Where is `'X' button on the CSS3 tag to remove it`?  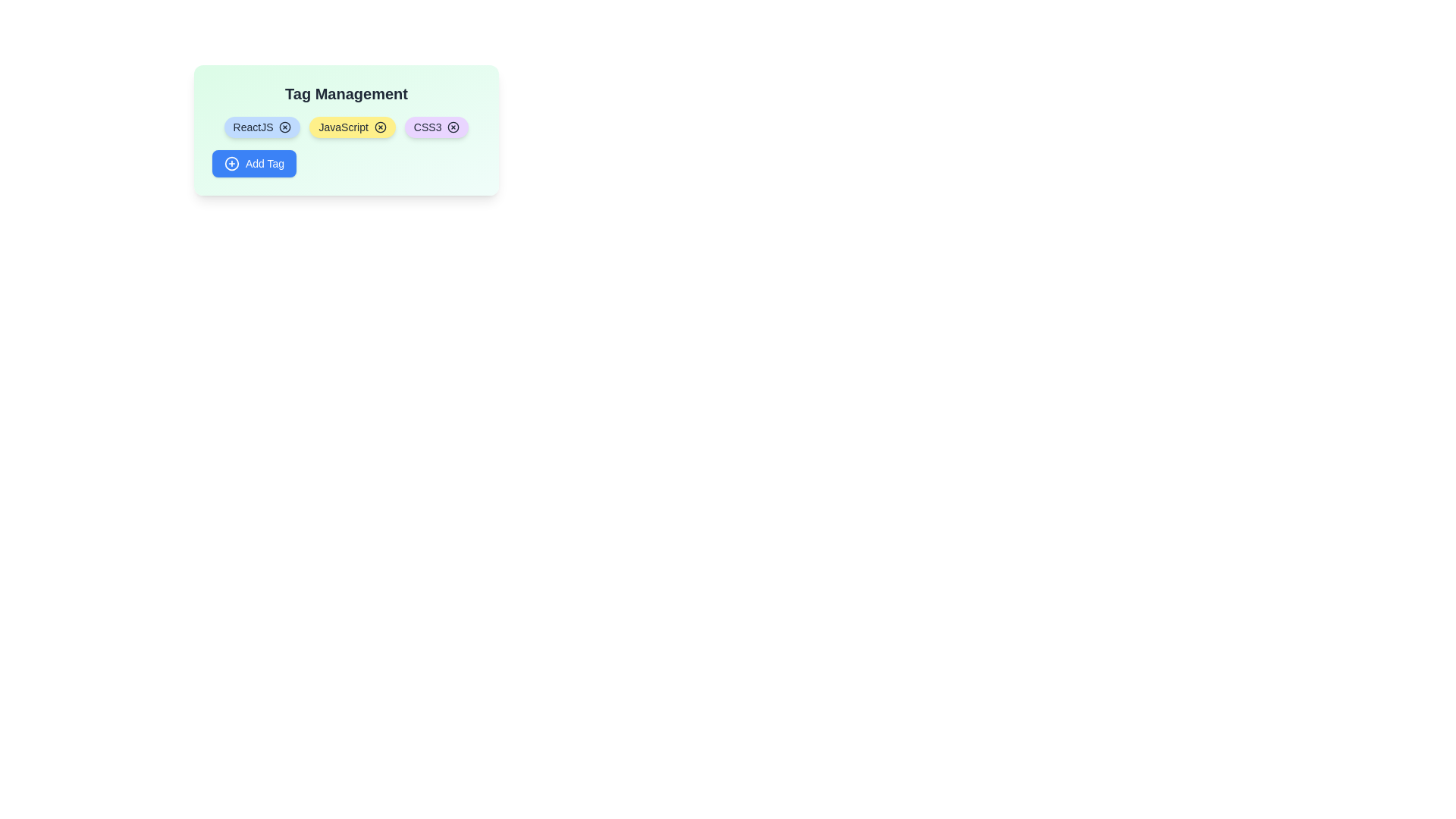
'X' button on the CSS3 tag to remove it is located at coordinates (453, 127).